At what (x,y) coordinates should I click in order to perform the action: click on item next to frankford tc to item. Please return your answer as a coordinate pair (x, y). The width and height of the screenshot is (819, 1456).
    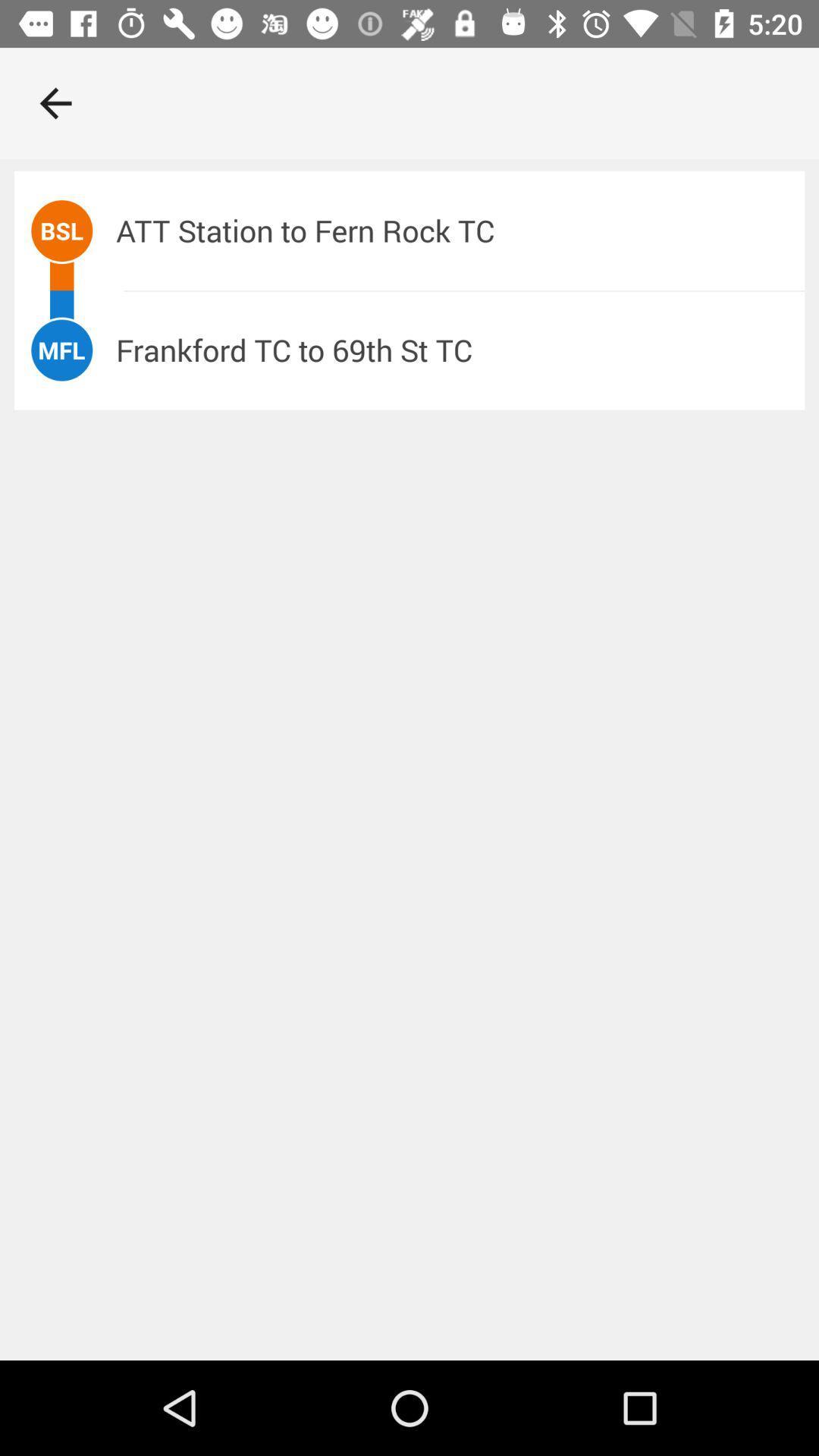
    Looking at the image, I should click on (61, 349).